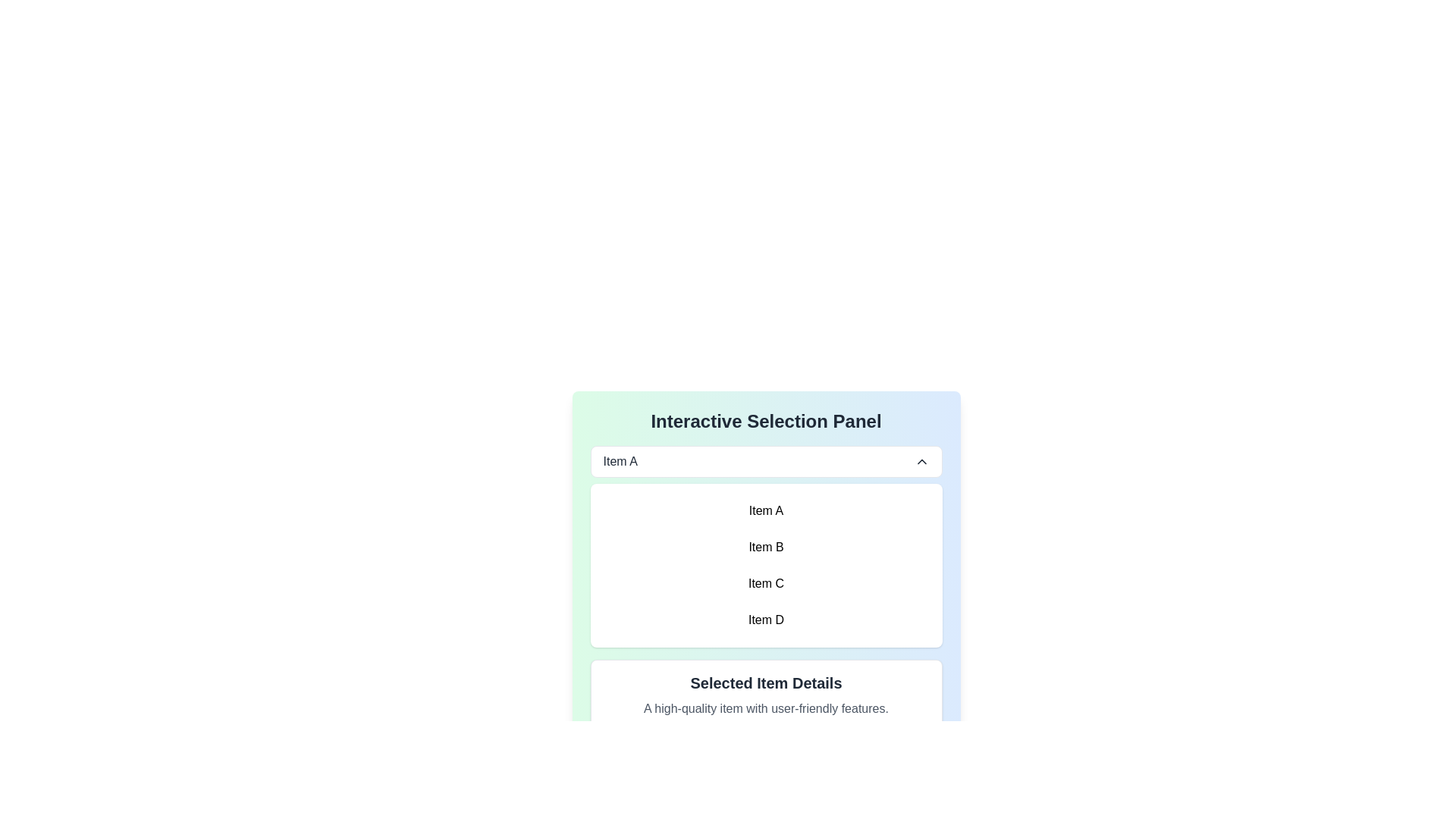 Image resolution: width=1456 pixels, height=819 pixels. Describe the element at coordinates (620, 461) in the screenshot. I see `the first option in the dropdown list` at that location.